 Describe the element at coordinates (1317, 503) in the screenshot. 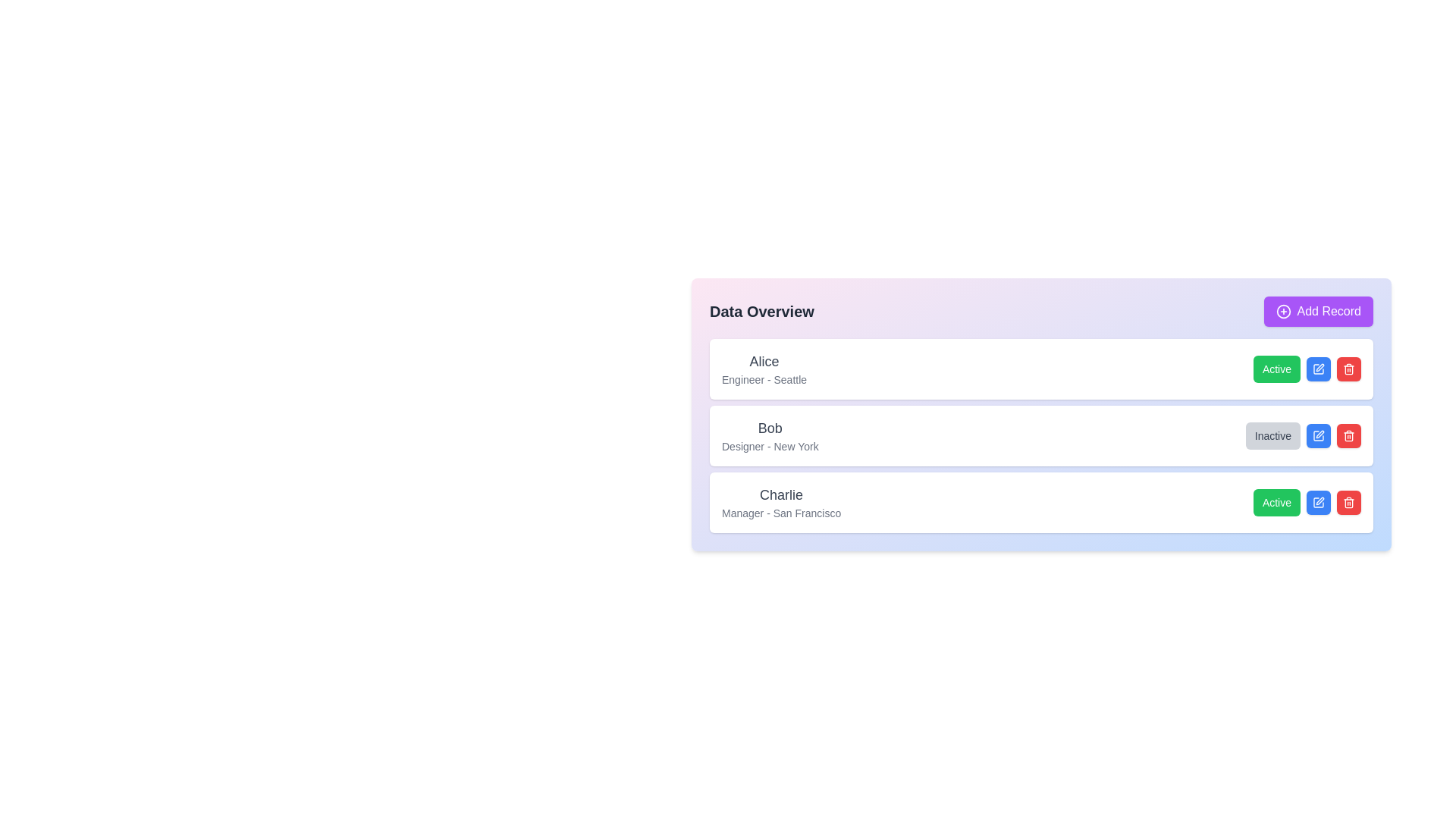

I see `the SVG icon component that resembles a square outline with rounded edges, located adjacent to the 'Active' status button and vertically aligned with the 'Edit' button` at that location.